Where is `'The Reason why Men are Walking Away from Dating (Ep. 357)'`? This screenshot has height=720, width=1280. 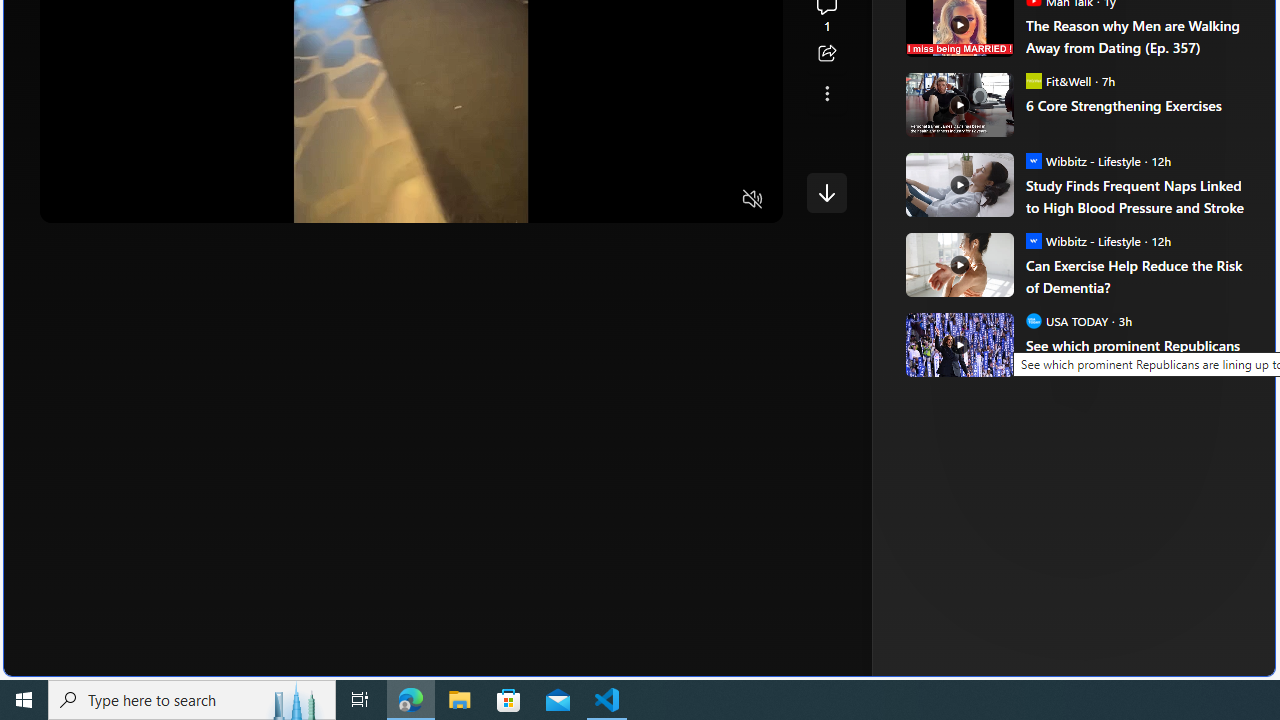
'The Reason why Men are Walking Away from Dating (Ep. 357)' is located at coordinates (1136, 36).